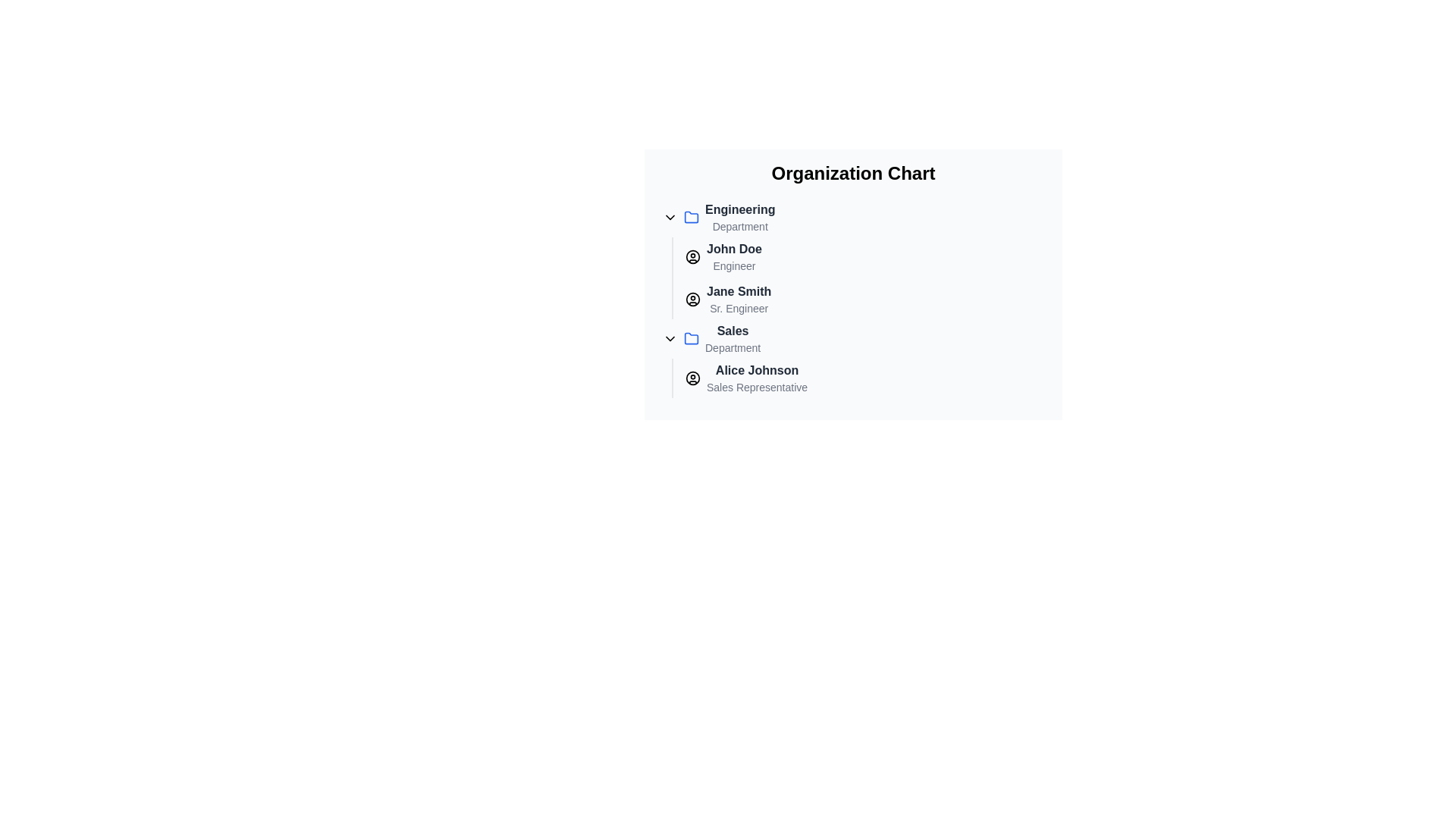 The width and height of the screenshot is (1456, 819). Describe the element at coordinates (739, 299) in the screenshot. I see `displayed personnel information for 'Jane Smith,' who is a 'Sr. Engineer' in the 'Engineering' department, located in the left-middle part of the interface beneath 'John Doe.'` at that location.